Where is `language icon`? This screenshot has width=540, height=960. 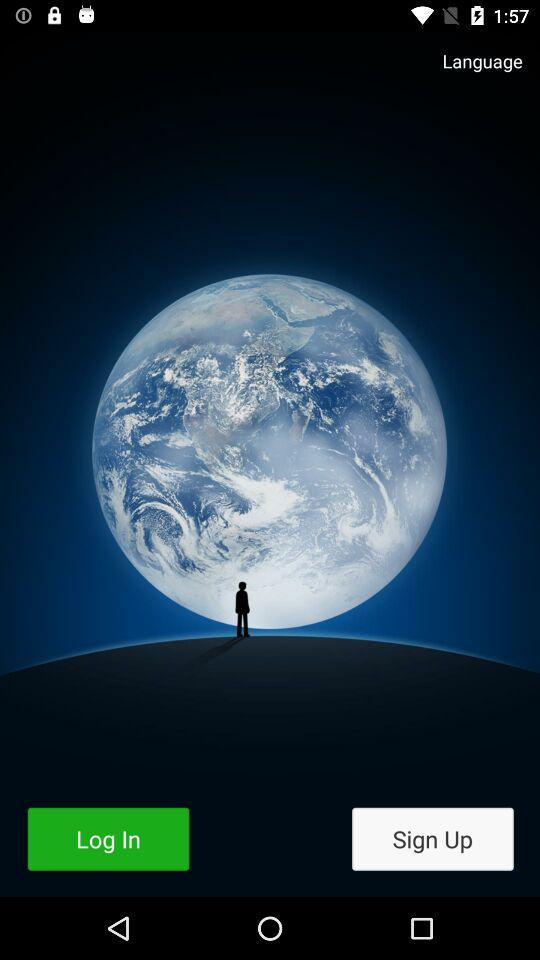 language icon is located at coordinates (472, 71).